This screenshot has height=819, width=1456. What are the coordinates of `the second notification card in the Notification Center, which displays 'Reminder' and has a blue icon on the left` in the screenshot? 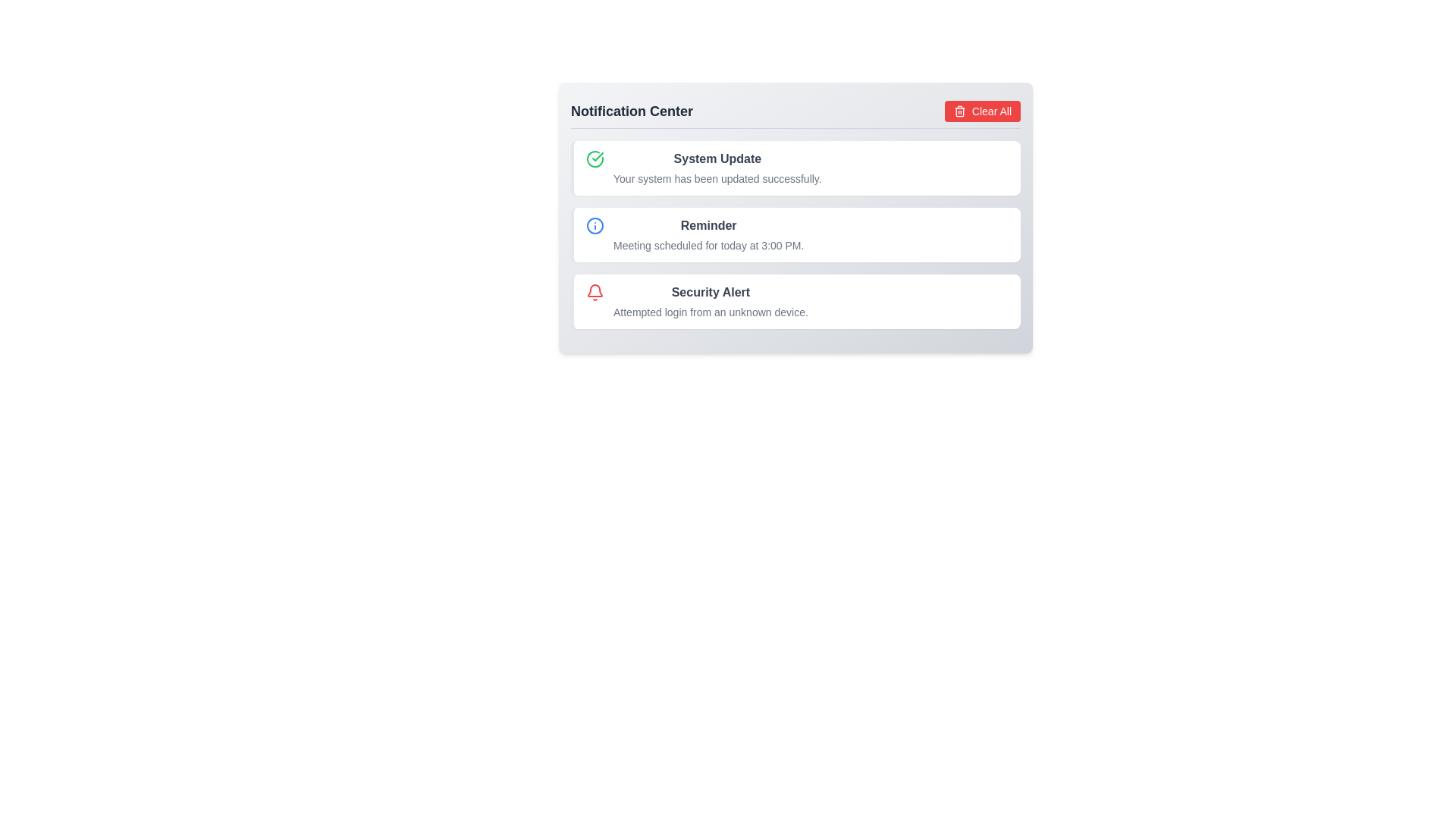 It's located at (795, 234).